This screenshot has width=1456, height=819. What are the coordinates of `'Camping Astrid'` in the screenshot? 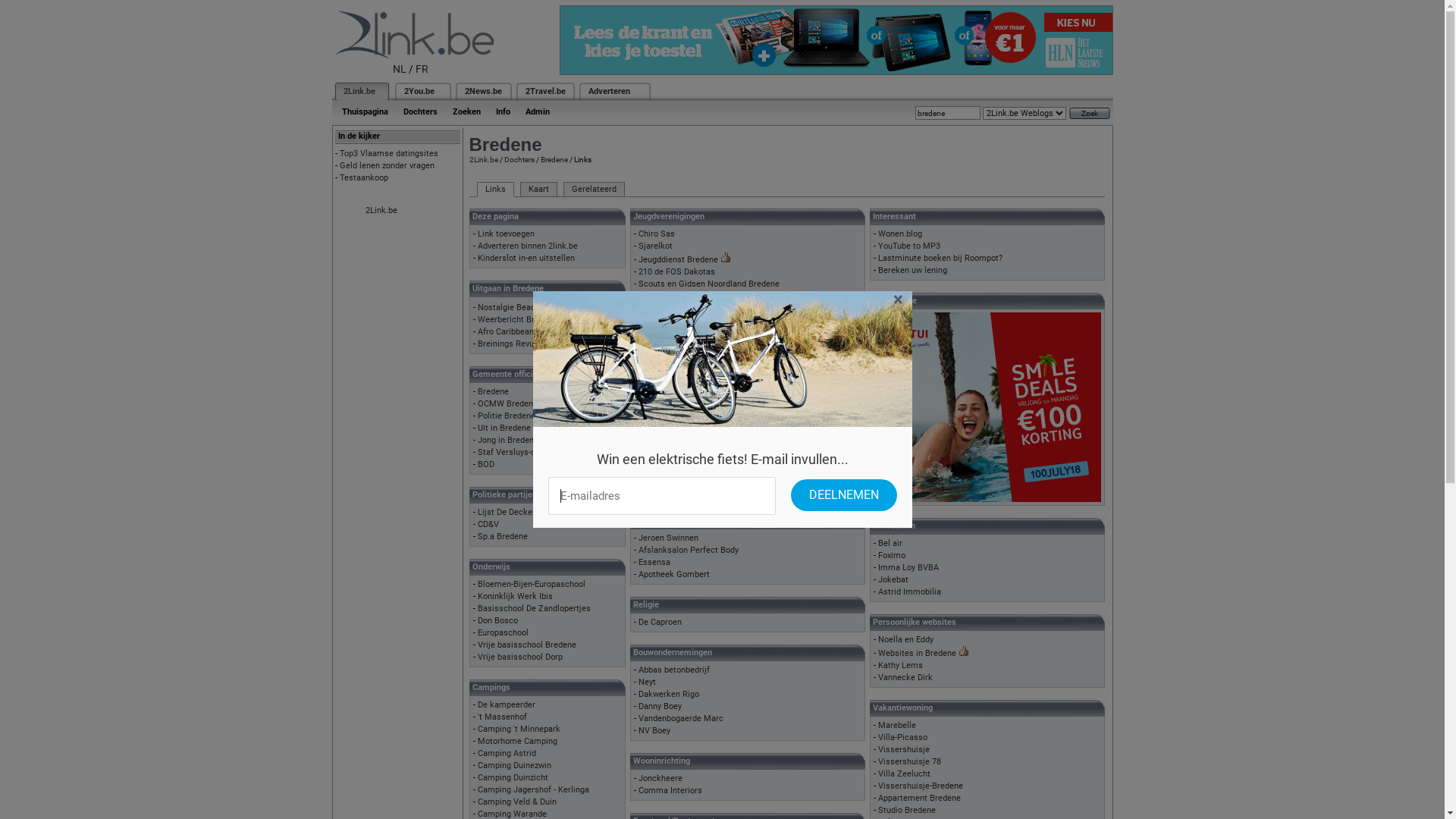 It's located at (476, 753).